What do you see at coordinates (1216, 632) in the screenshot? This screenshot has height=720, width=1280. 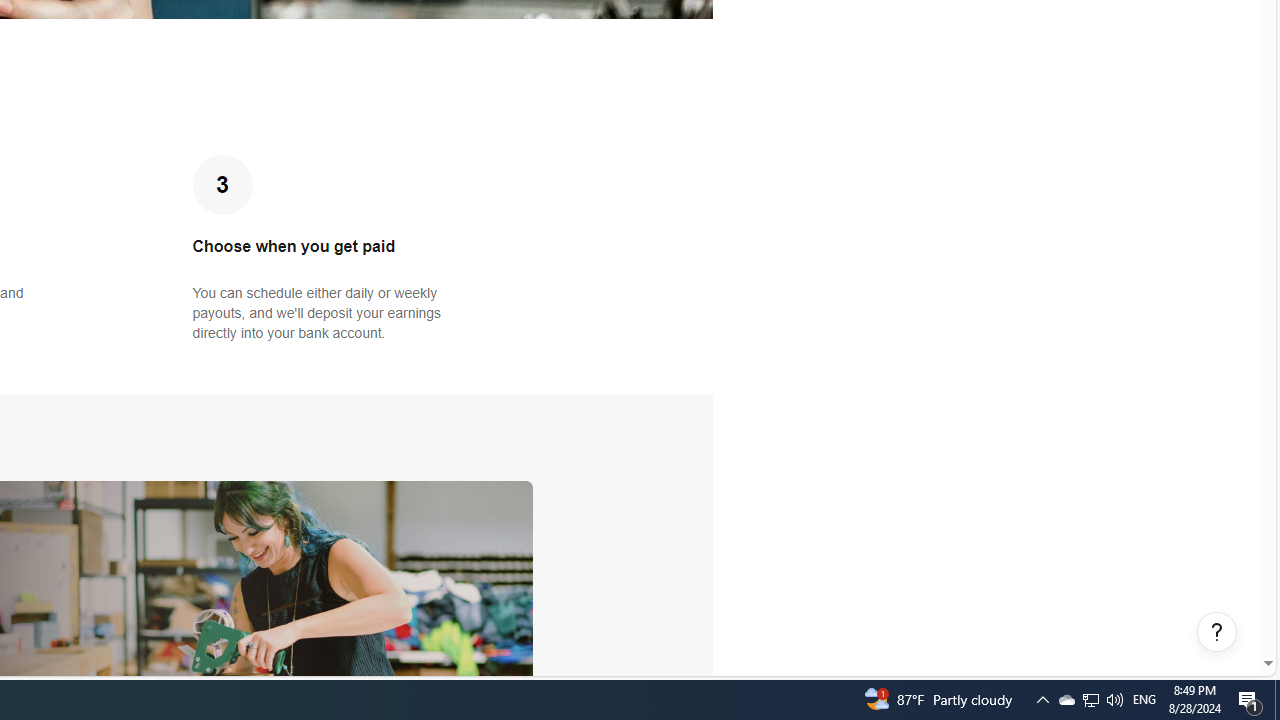 I see `'Help, opens dialogs'` at bounding box center [1216, 632].